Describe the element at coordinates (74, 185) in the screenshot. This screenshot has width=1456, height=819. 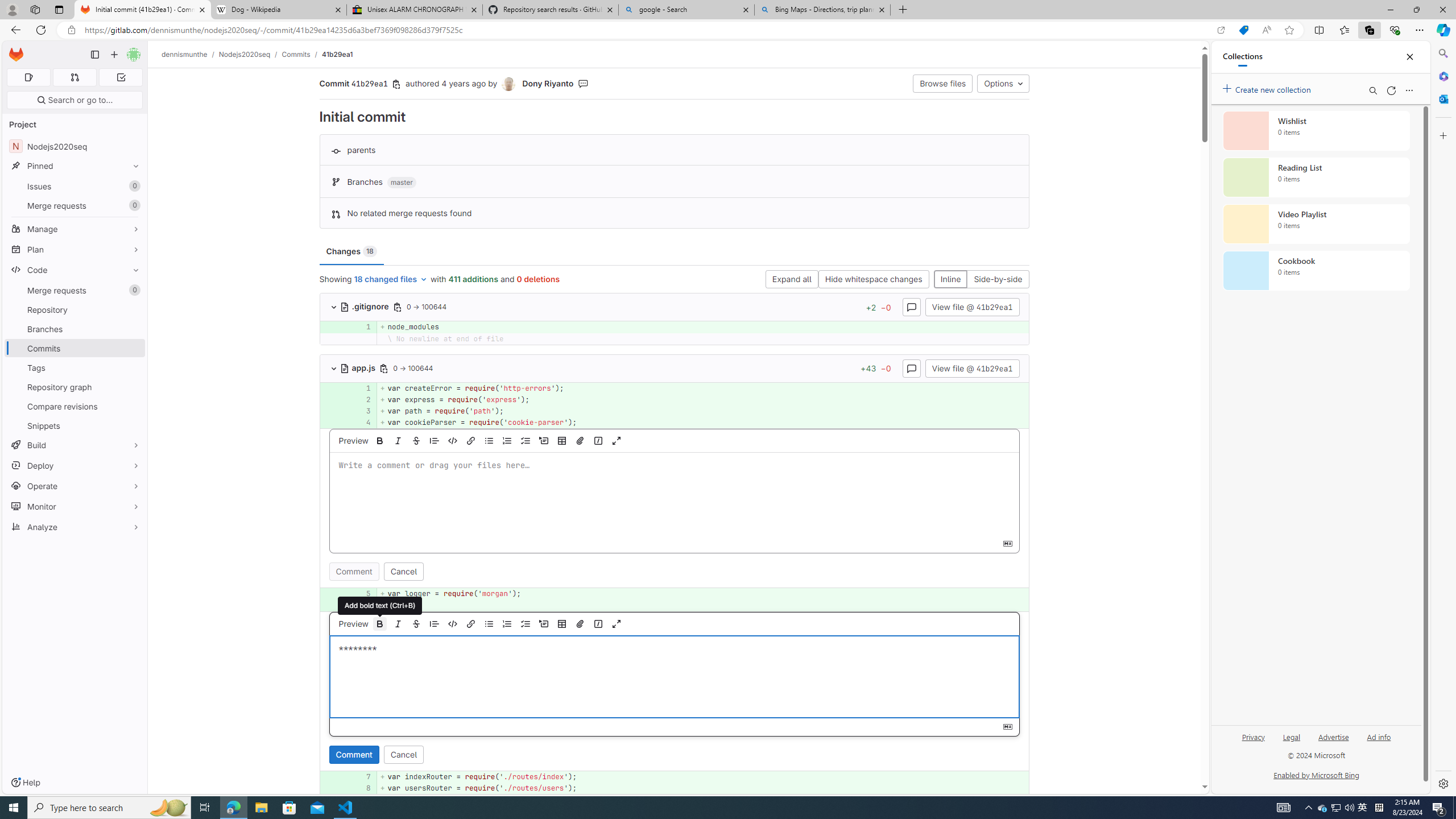
I see `'Issues0'` at that location.